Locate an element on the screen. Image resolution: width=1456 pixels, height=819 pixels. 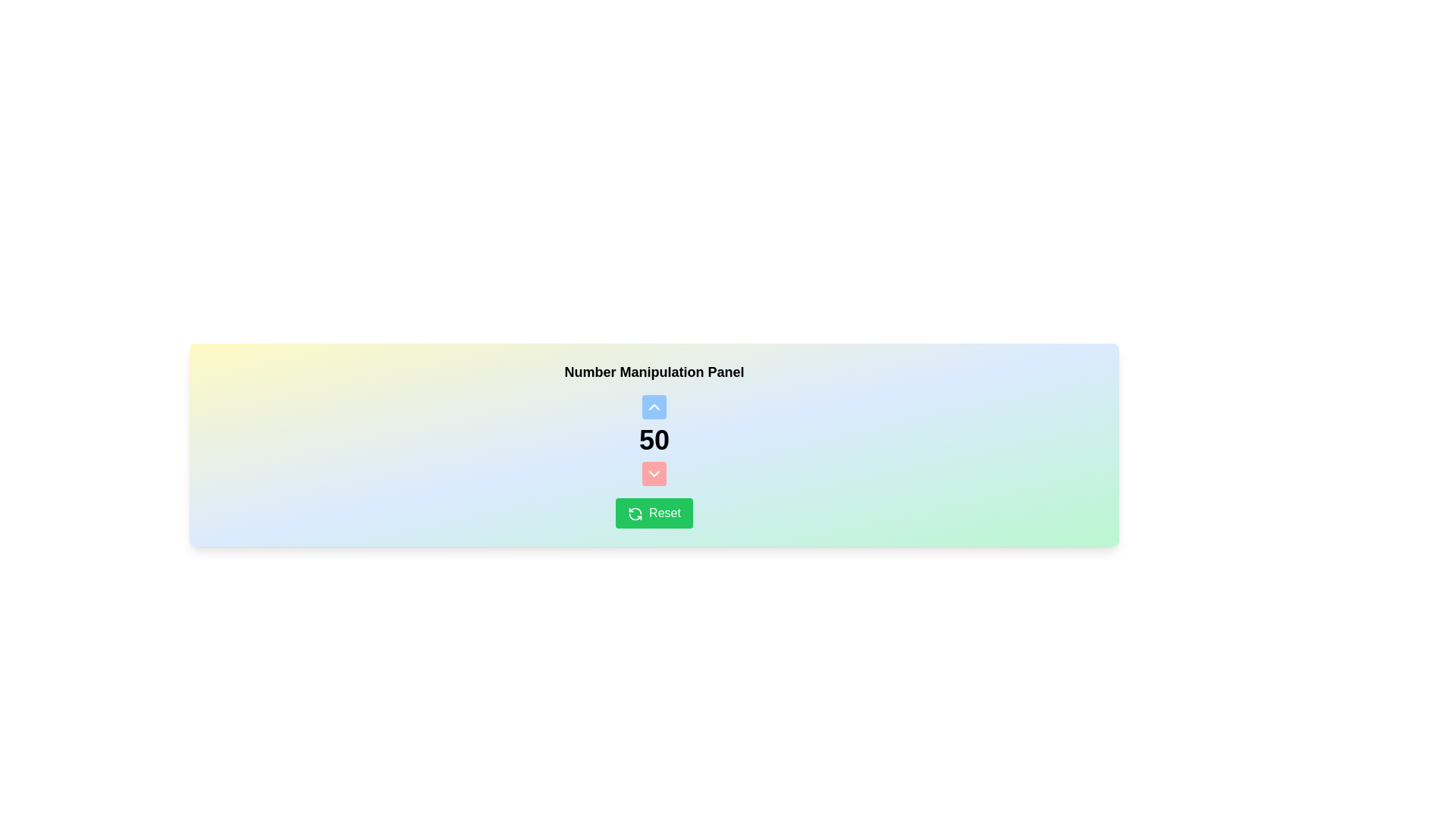
the increment button located directly above the number '50' display in the 'Number Manipulation Panel' section to observe the hover effect is located at coordinates (654, 406).